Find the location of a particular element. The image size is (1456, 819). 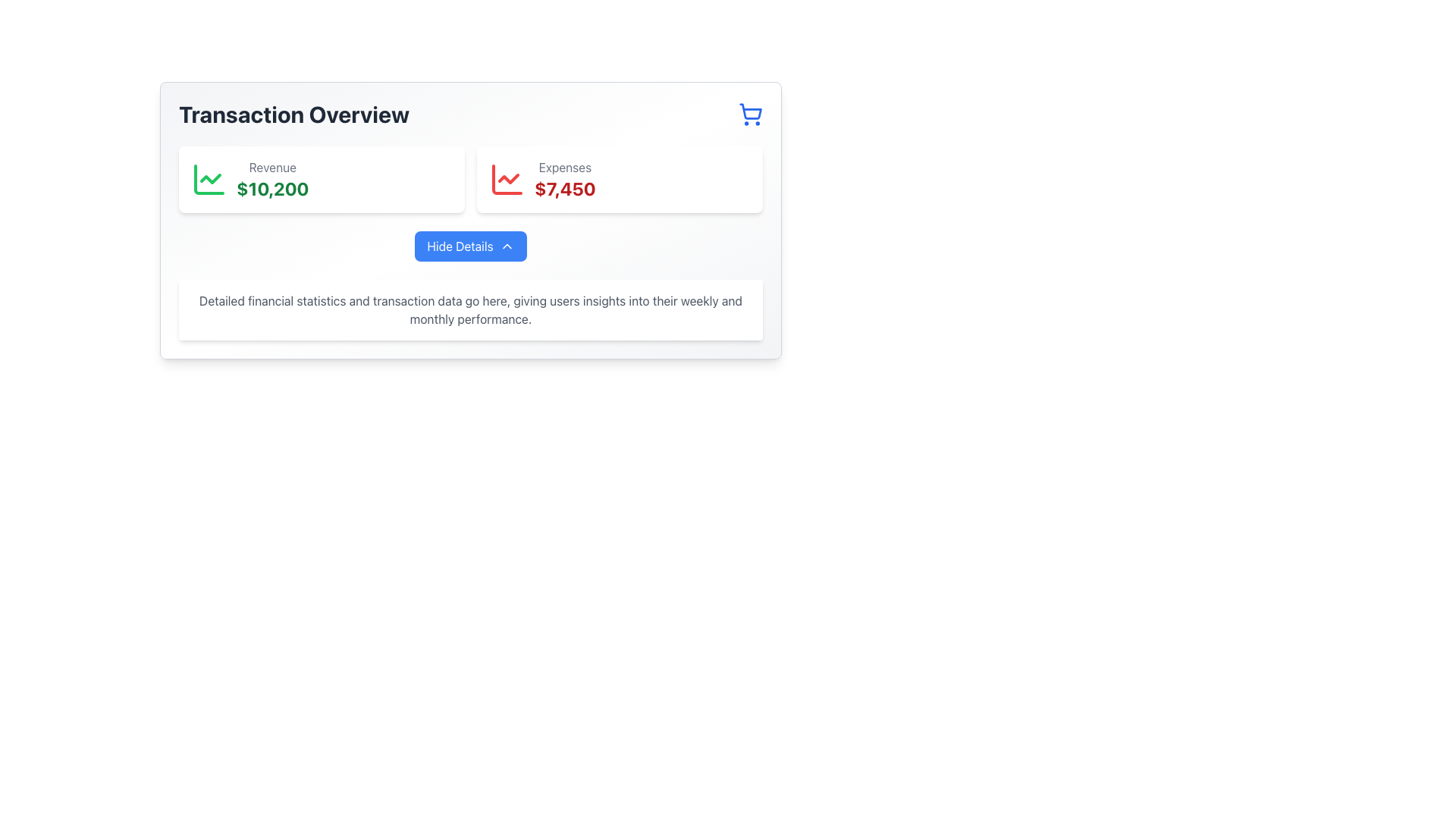

the 'Hide Details' button located in the Information panel, which serves as an overview for financial transaction data is located at coordinates (469, 220).